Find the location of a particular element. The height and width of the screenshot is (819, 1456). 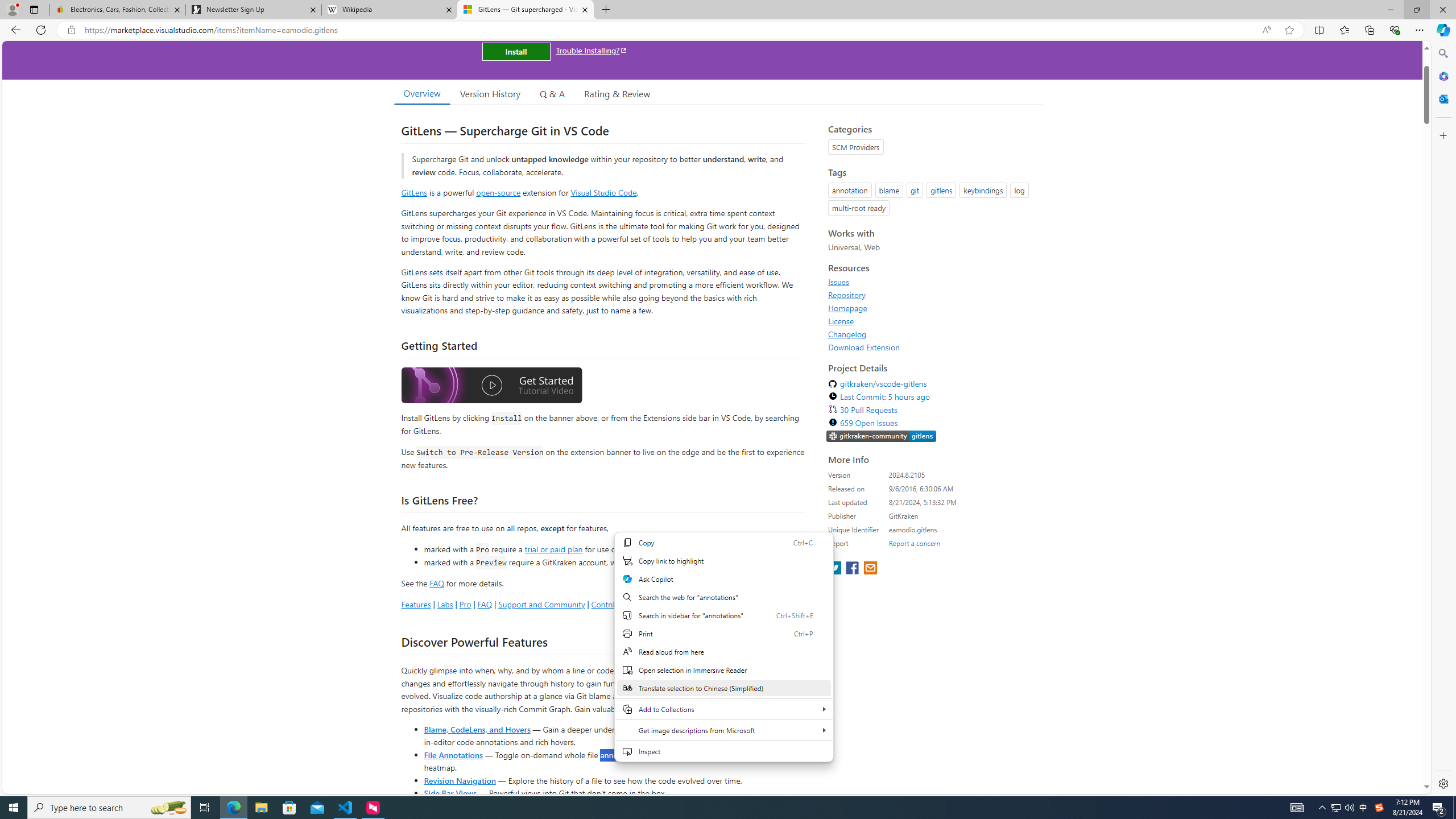

'Settings' is located at coordinates (1442, 783).